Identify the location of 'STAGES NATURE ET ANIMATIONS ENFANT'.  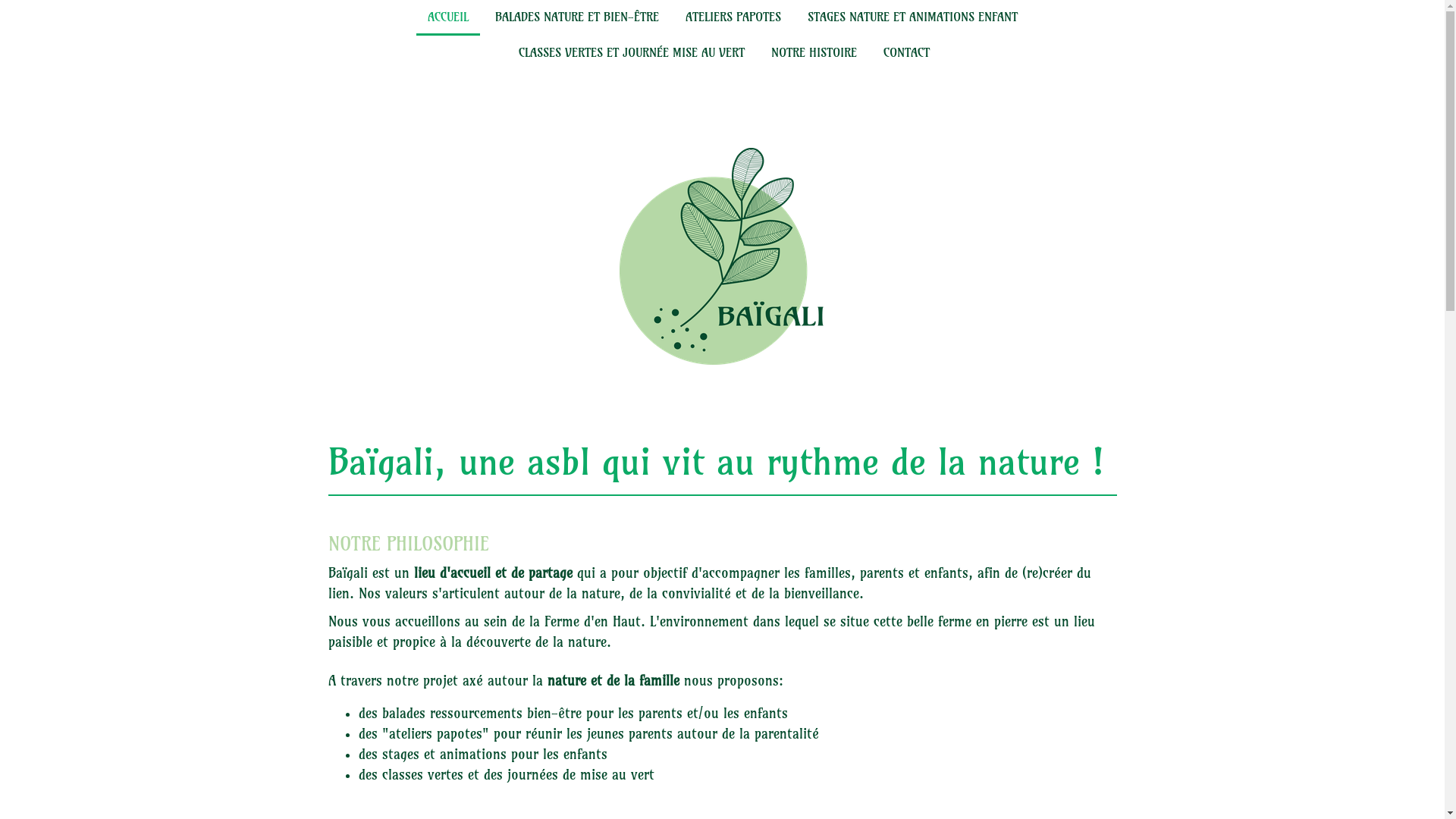
(795, 17).